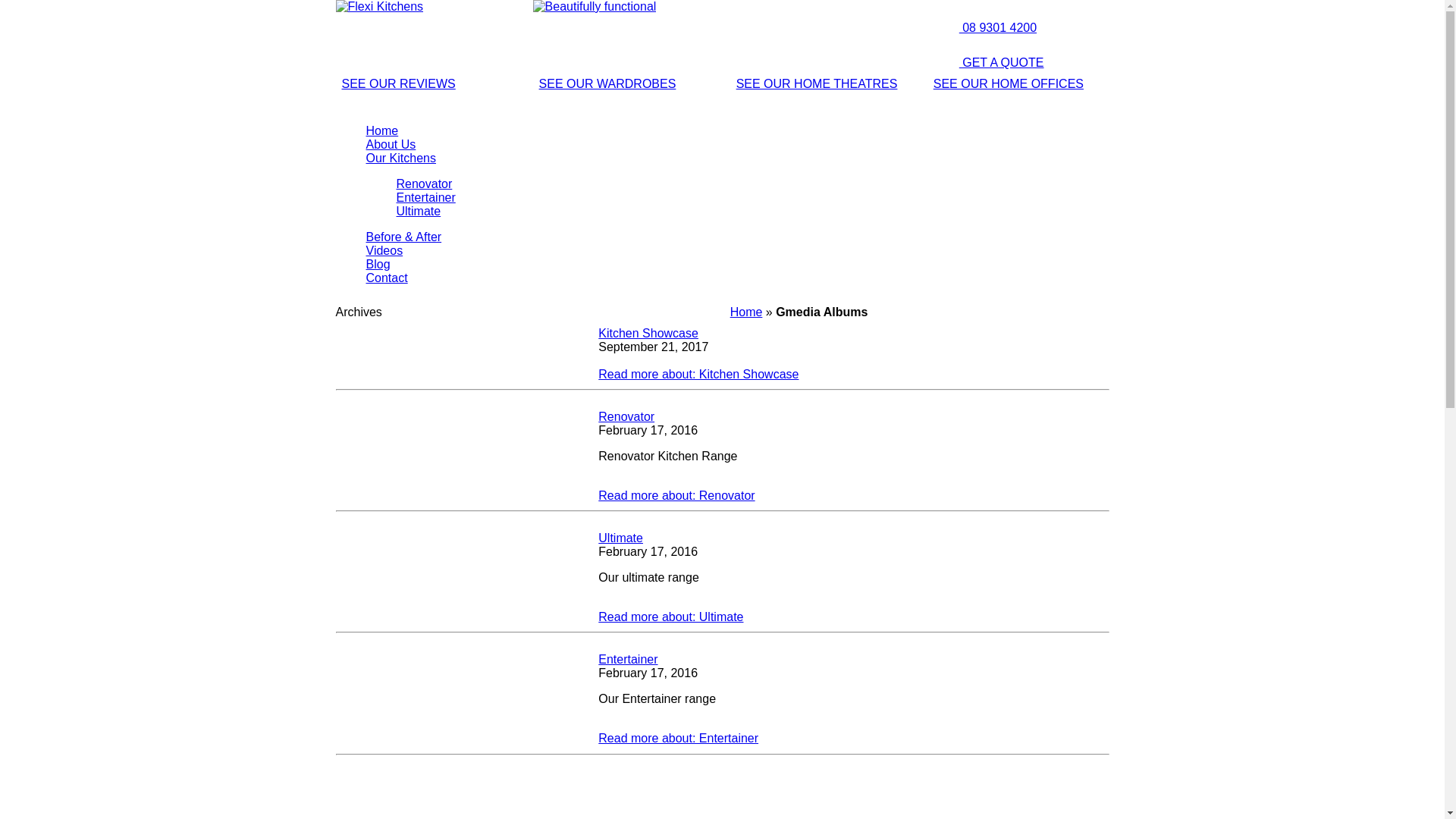 The height and width of the screenshot is (819, 1456). I want to click on 'Read more about: Ultimate', so click(670, 617).